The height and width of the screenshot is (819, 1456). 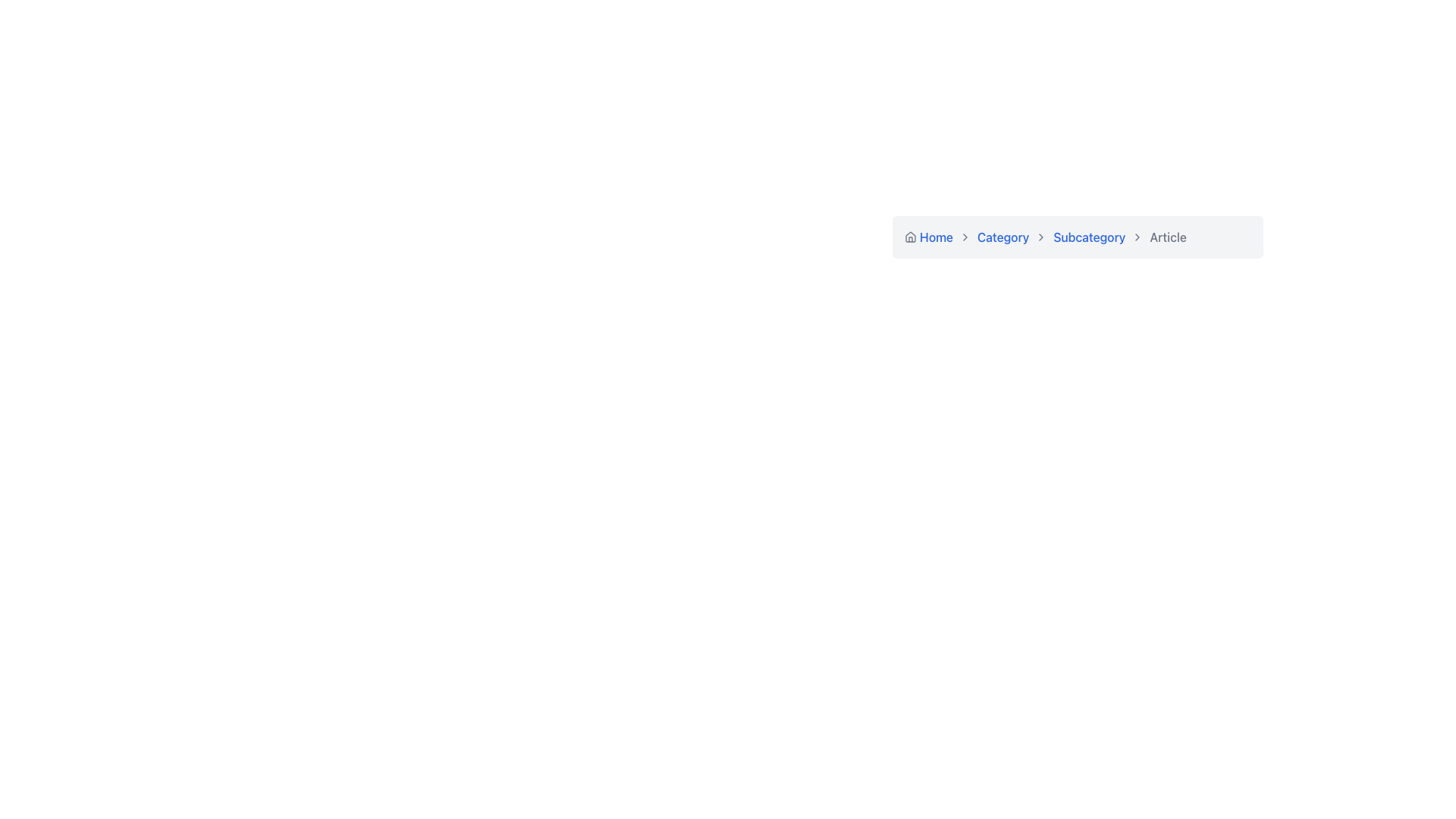 I want to click on the home icon located in the breadcrumb navigation bar at the top-left of the layout, so click(x=910, y=237).